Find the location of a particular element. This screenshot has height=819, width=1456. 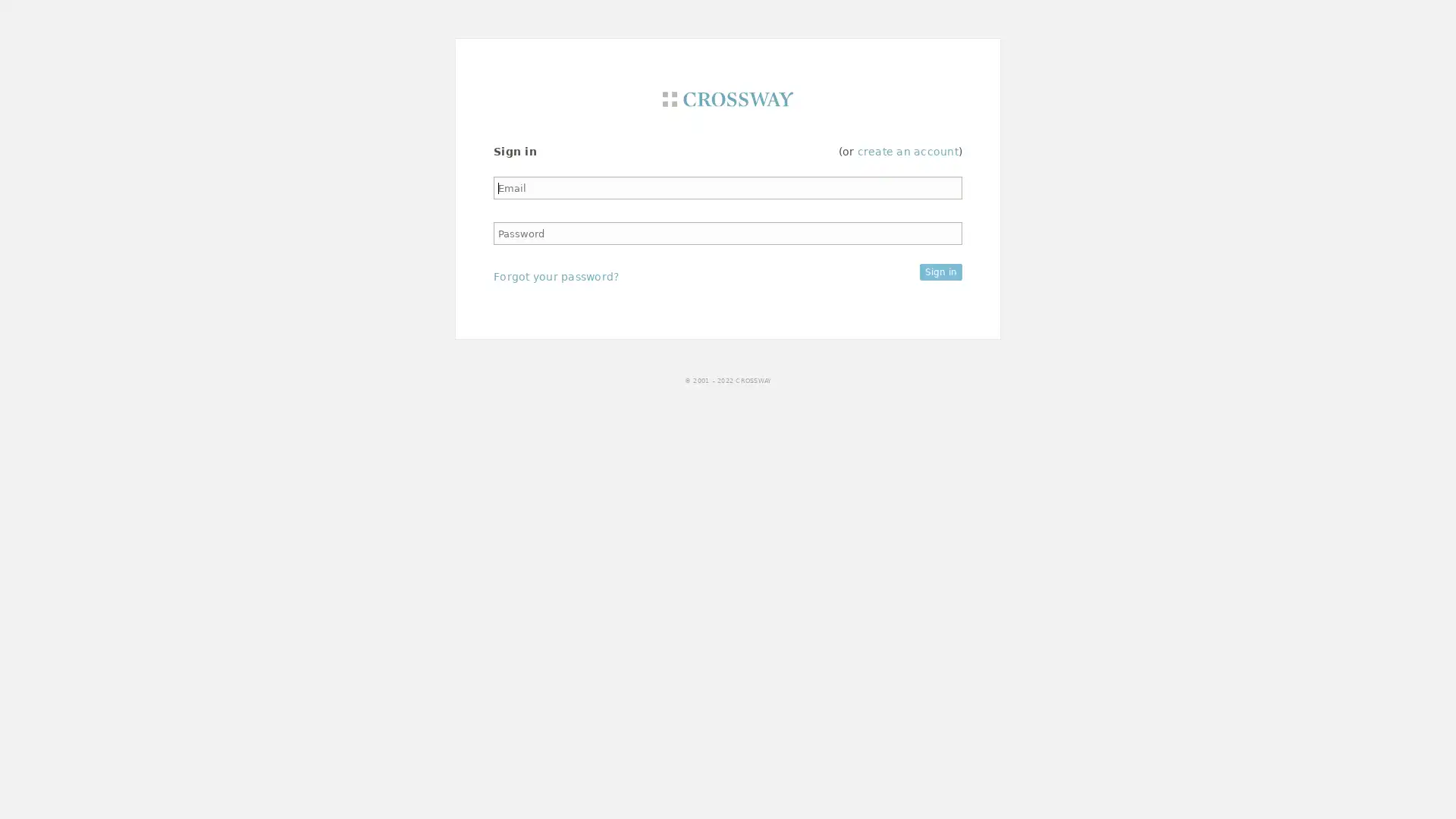

Sign in is located at coordinates (940, 271).